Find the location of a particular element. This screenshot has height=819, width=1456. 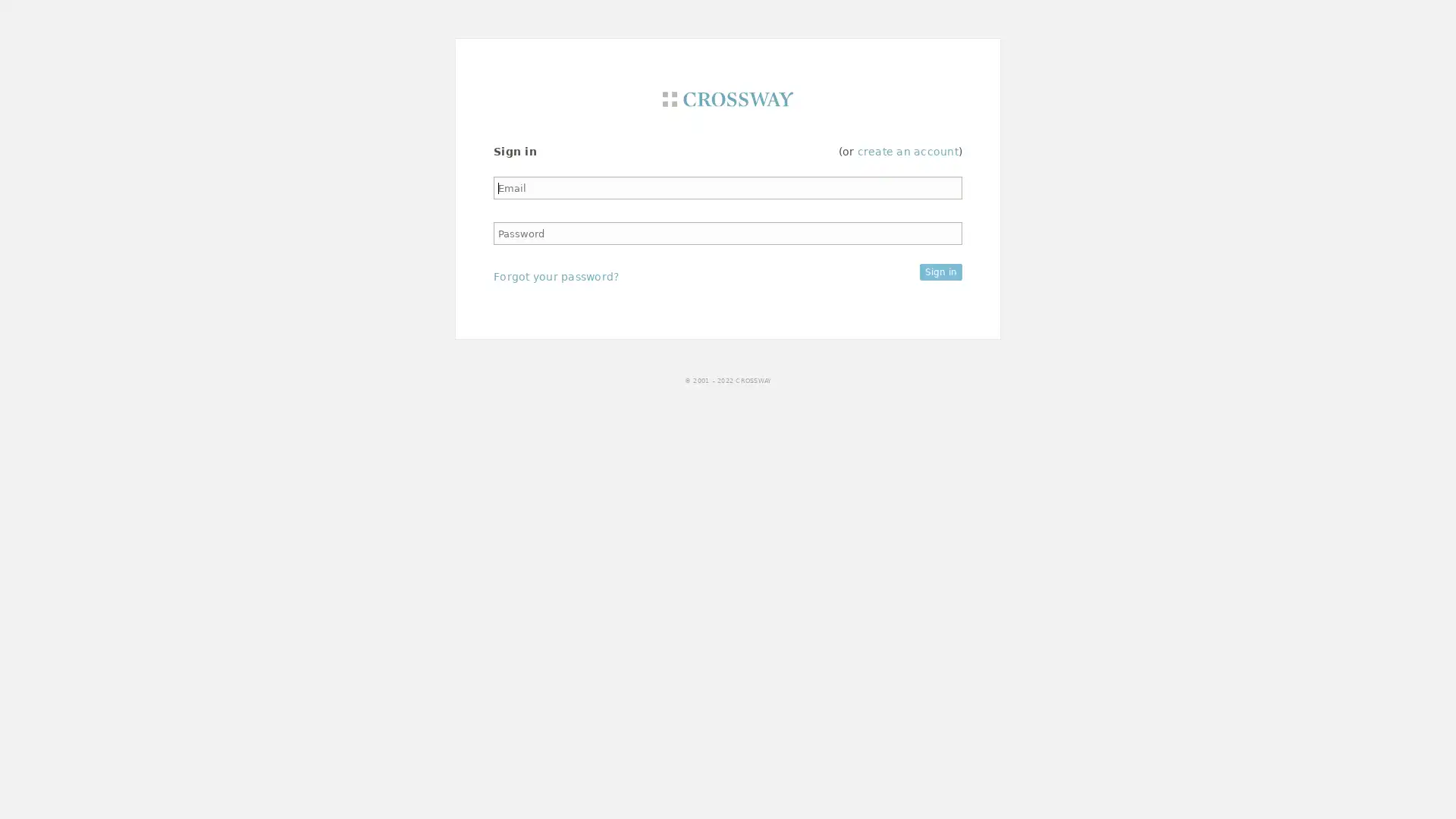

Sign in is located at coordinates (940, 271).